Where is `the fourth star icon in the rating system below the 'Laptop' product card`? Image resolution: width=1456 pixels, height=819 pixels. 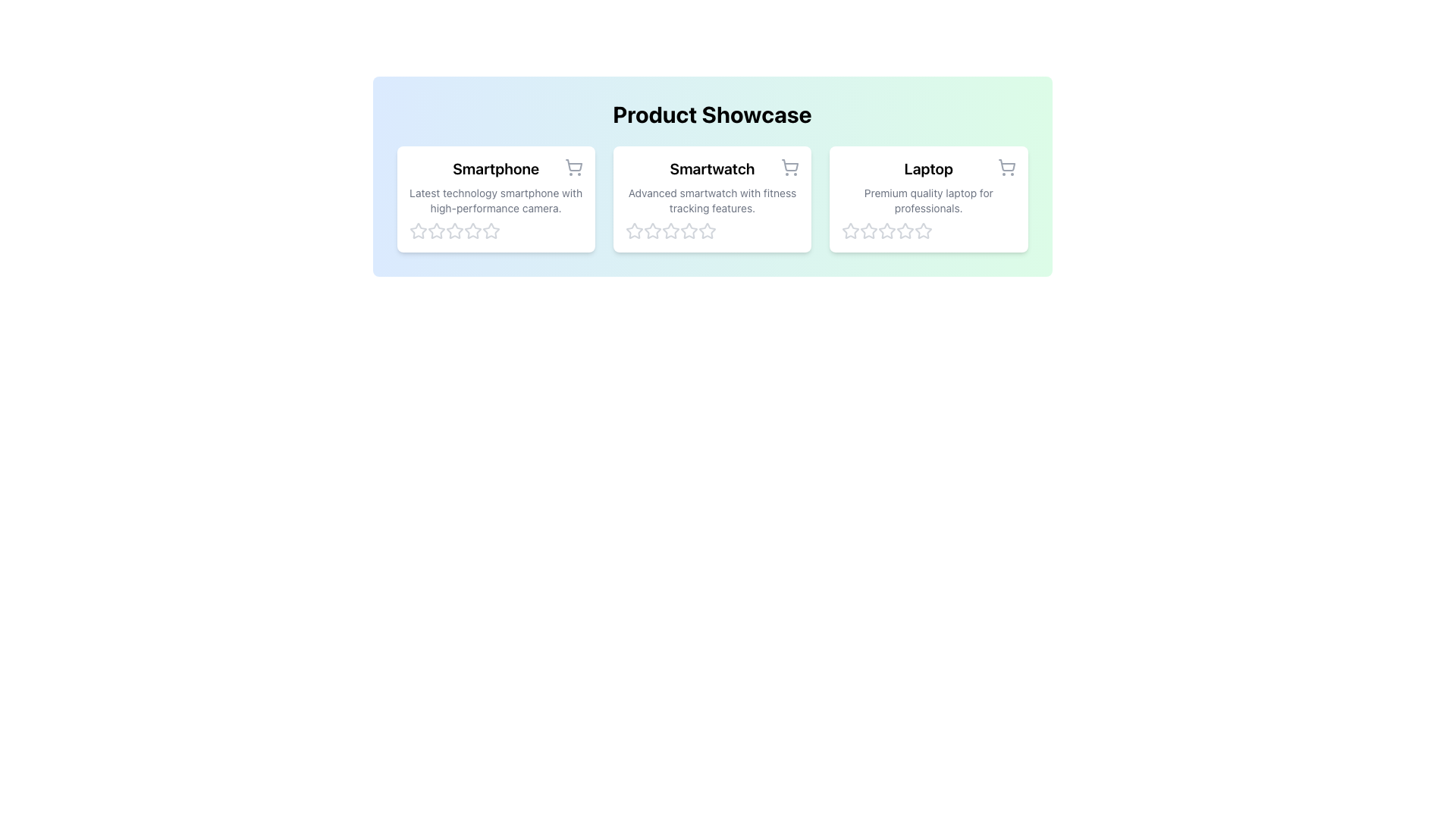
the fourth star icon in the rating system below the 'Laptop' product card is located at coordinates (905, 231).